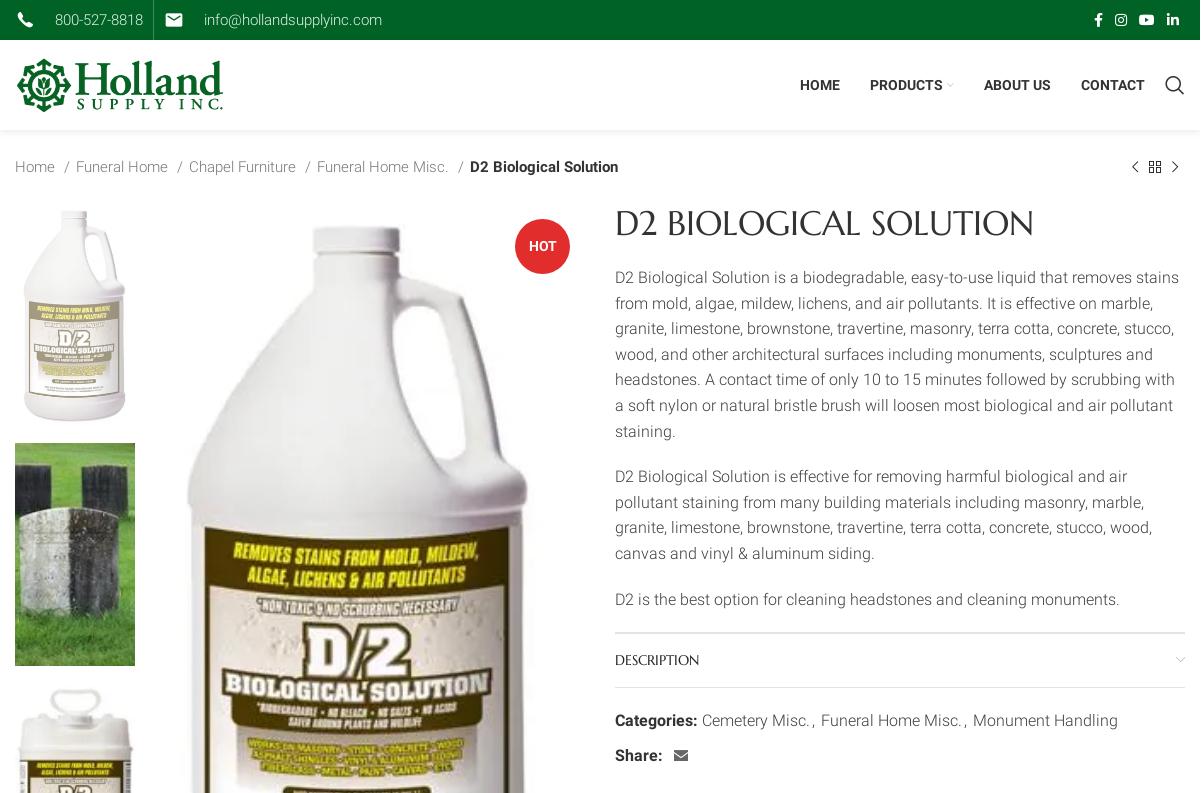 Image resolution: width=1202 pixels, height=793 pixels. Describe the element at coordinates (905, 83) in the screenshot. I see `'Products'` at that location.